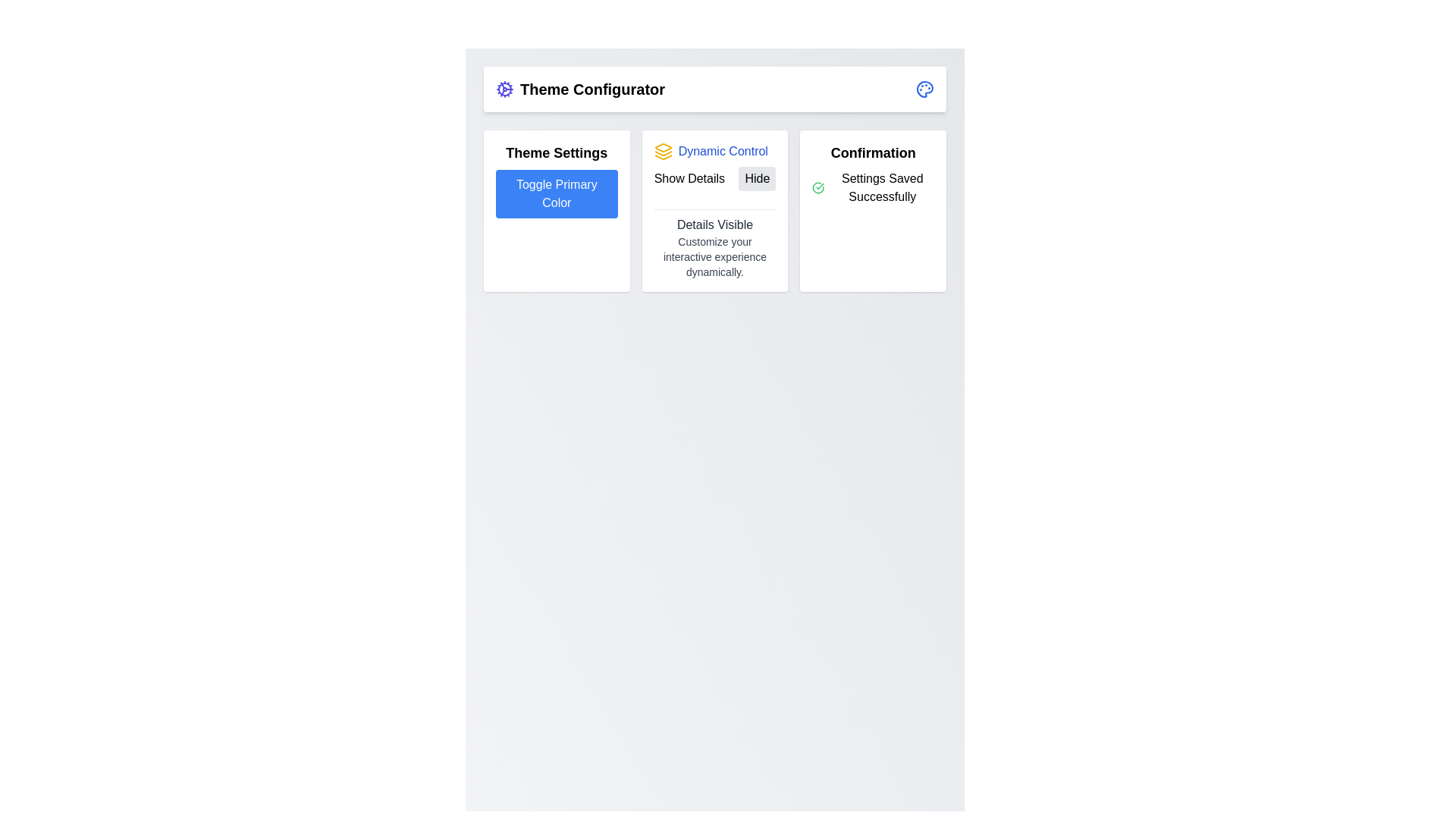 This screenshot has width=1456, height=819. What do you see at coordinates (663, 153) in the screenshot?
I see `the graphic line segment, which is a yellowish polyline forming part of a stacked layer icon, located centrally in the 'Dynamic Control' section above the 'Show Details' and 'Hide' buttons` at bounding box center [663, 153].